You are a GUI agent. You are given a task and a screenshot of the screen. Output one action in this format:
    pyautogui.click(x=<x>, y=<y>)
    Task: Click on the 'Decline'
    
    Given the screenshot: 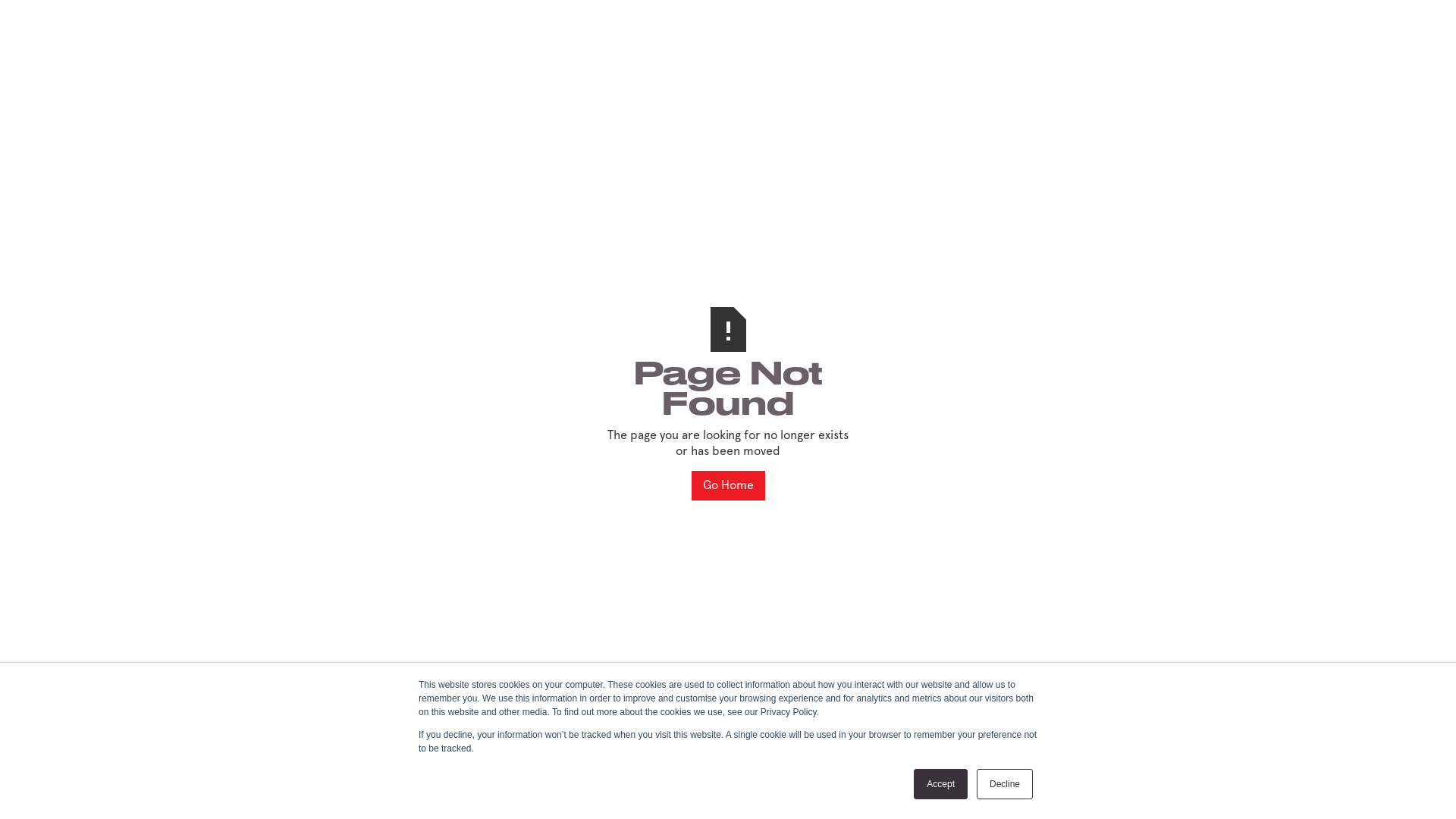 What is the action you would take?
    pyautogui.click(x=1004, y=783)
    